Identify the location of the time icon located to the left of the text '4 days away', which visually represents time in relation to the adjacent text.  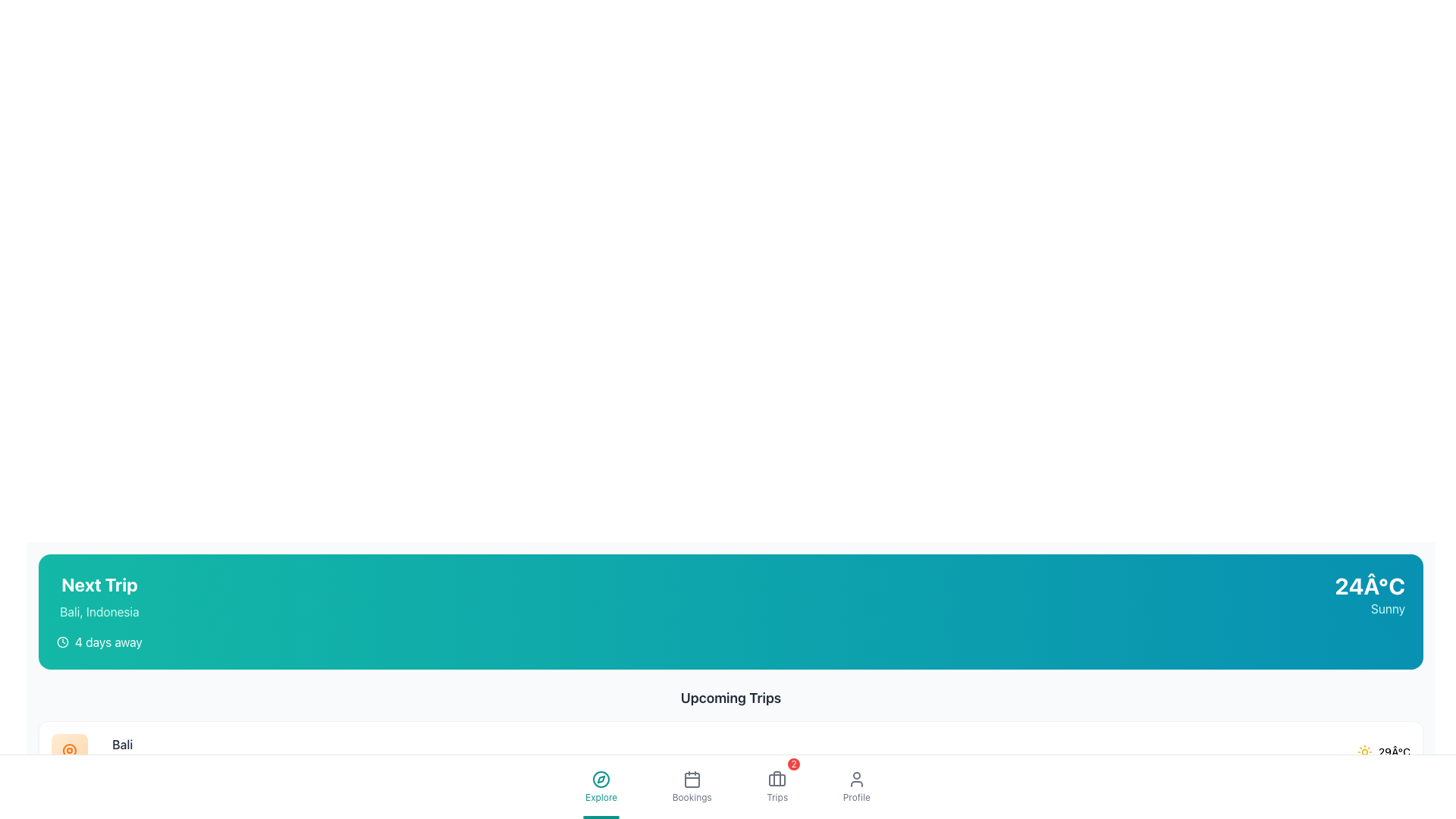
(61, 642).